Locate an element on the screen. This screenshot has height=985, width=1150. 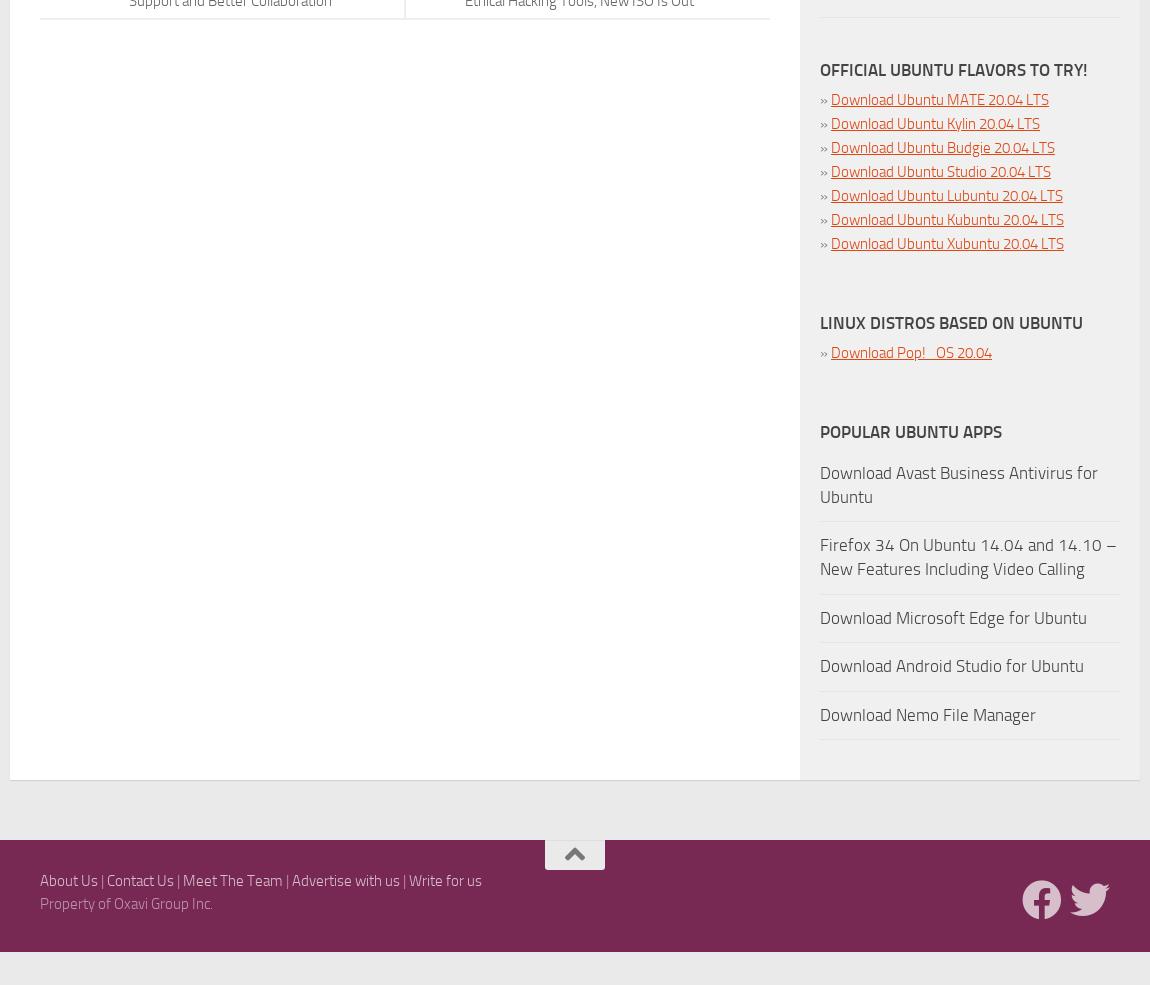
'Official Ubuntu Flavors To Try!' is located at coordinates (954, 69).